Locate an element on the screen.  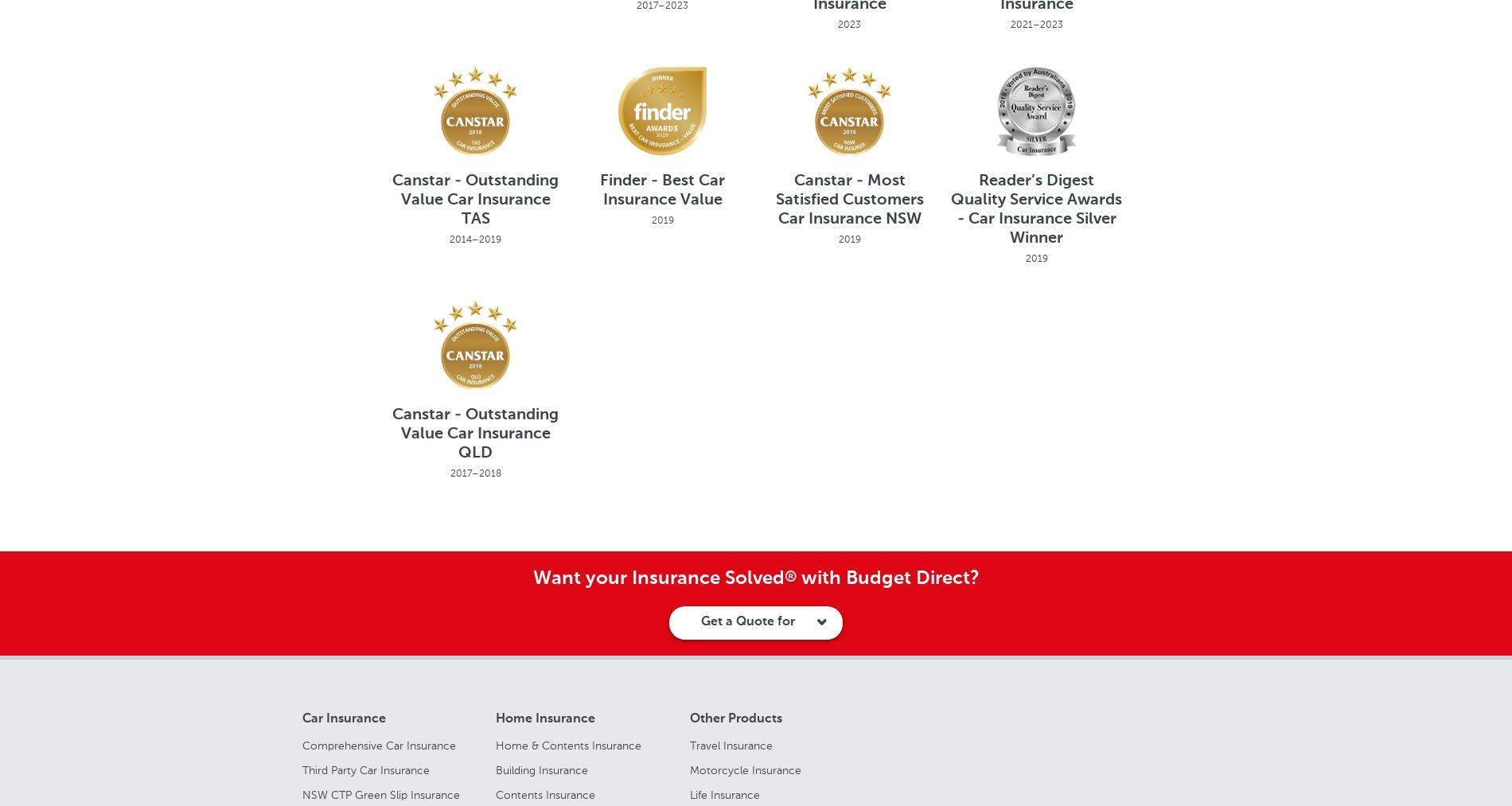
'Canstar - Most Satisfied Customers Car Insurance NSW' is located at coordinates (849, 200).